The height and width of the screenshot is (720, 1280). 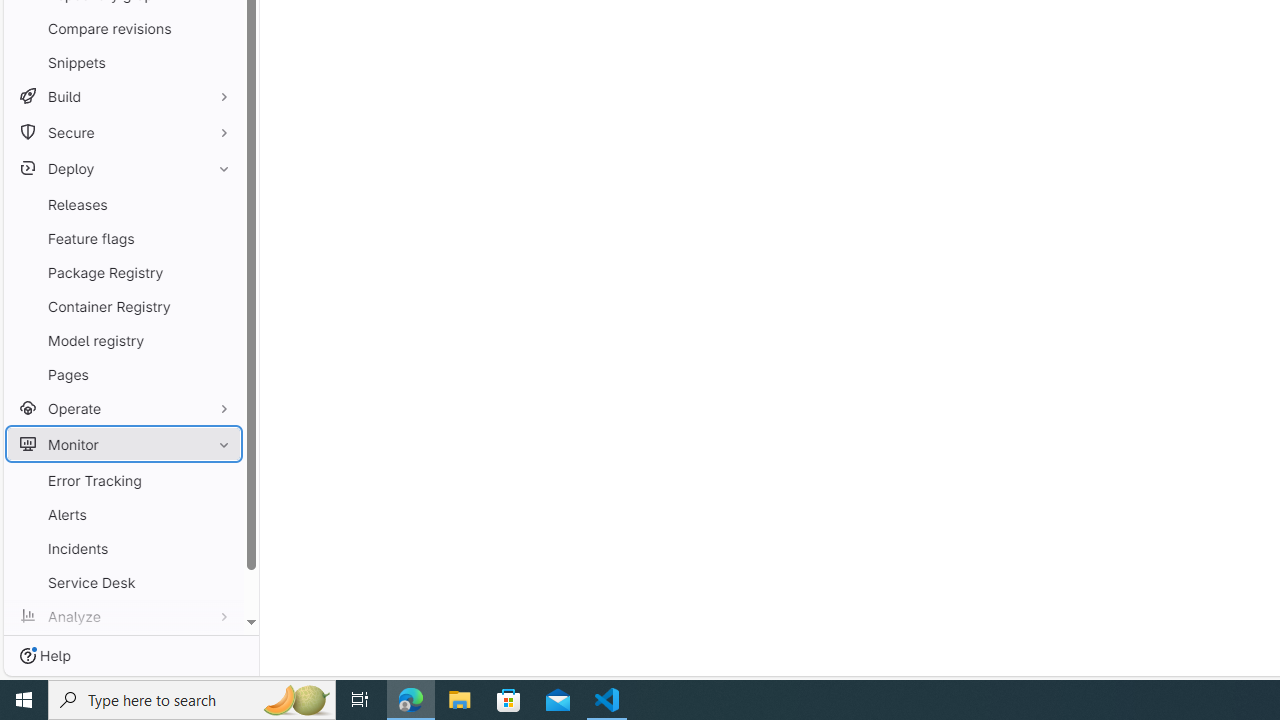 I want to click on 'Container Registry', so click(x=123, y=306).